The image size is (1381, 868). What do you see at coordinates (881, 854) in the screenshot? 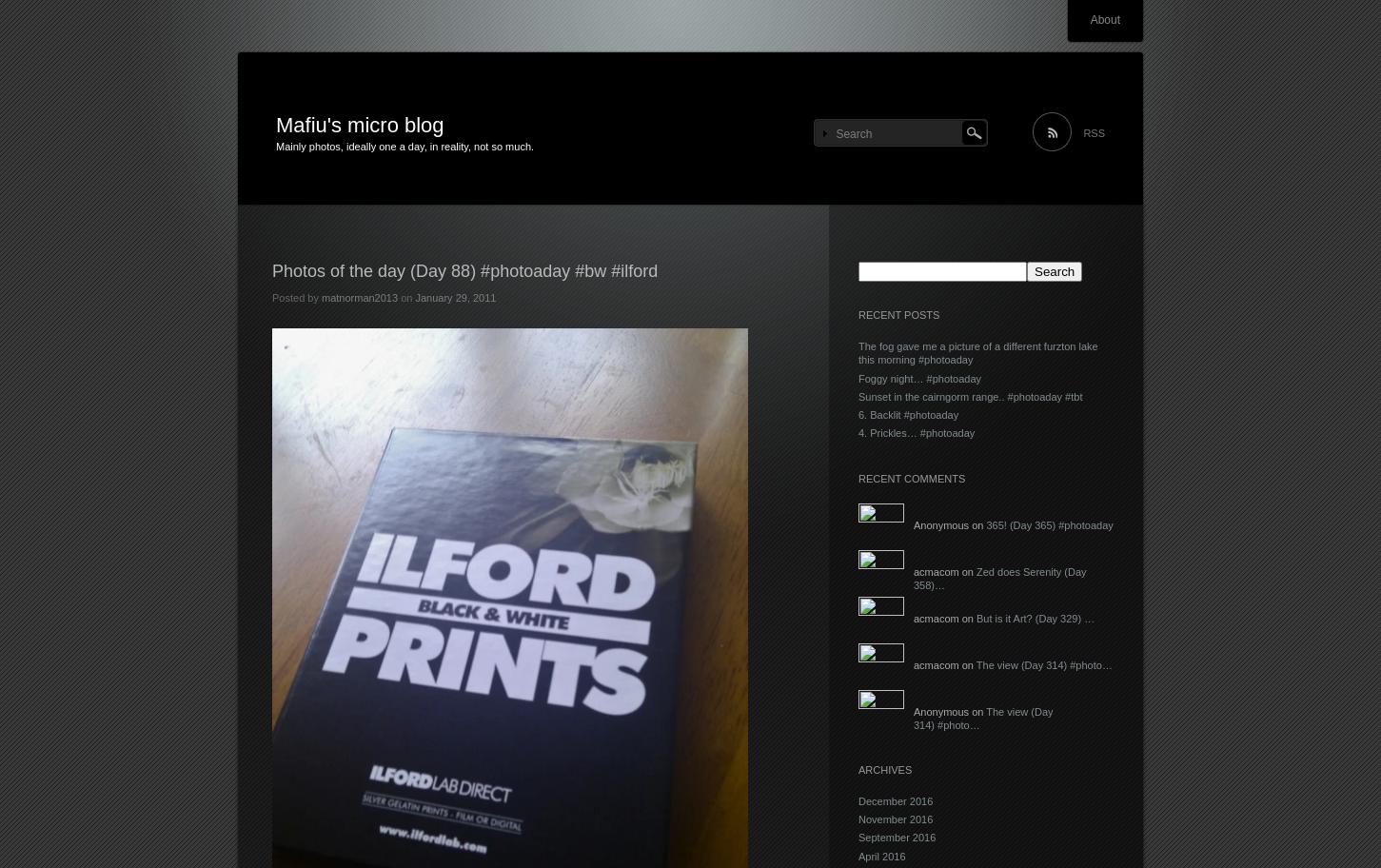
I see `'April 2016'` at bounding box center [881, 854].